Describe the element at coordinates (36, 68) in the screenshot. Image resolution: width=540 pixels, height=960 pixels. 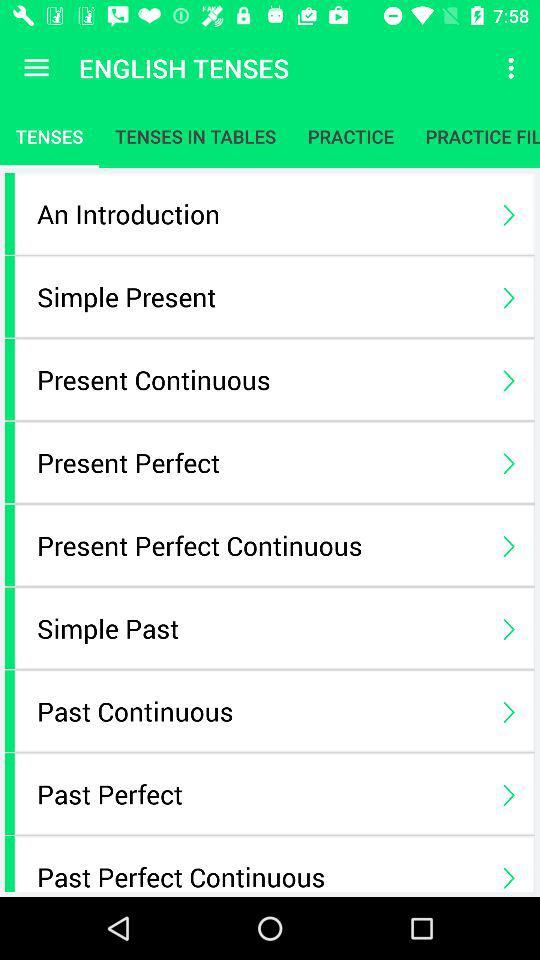
I see `app next to the english tenses icon` at that location.